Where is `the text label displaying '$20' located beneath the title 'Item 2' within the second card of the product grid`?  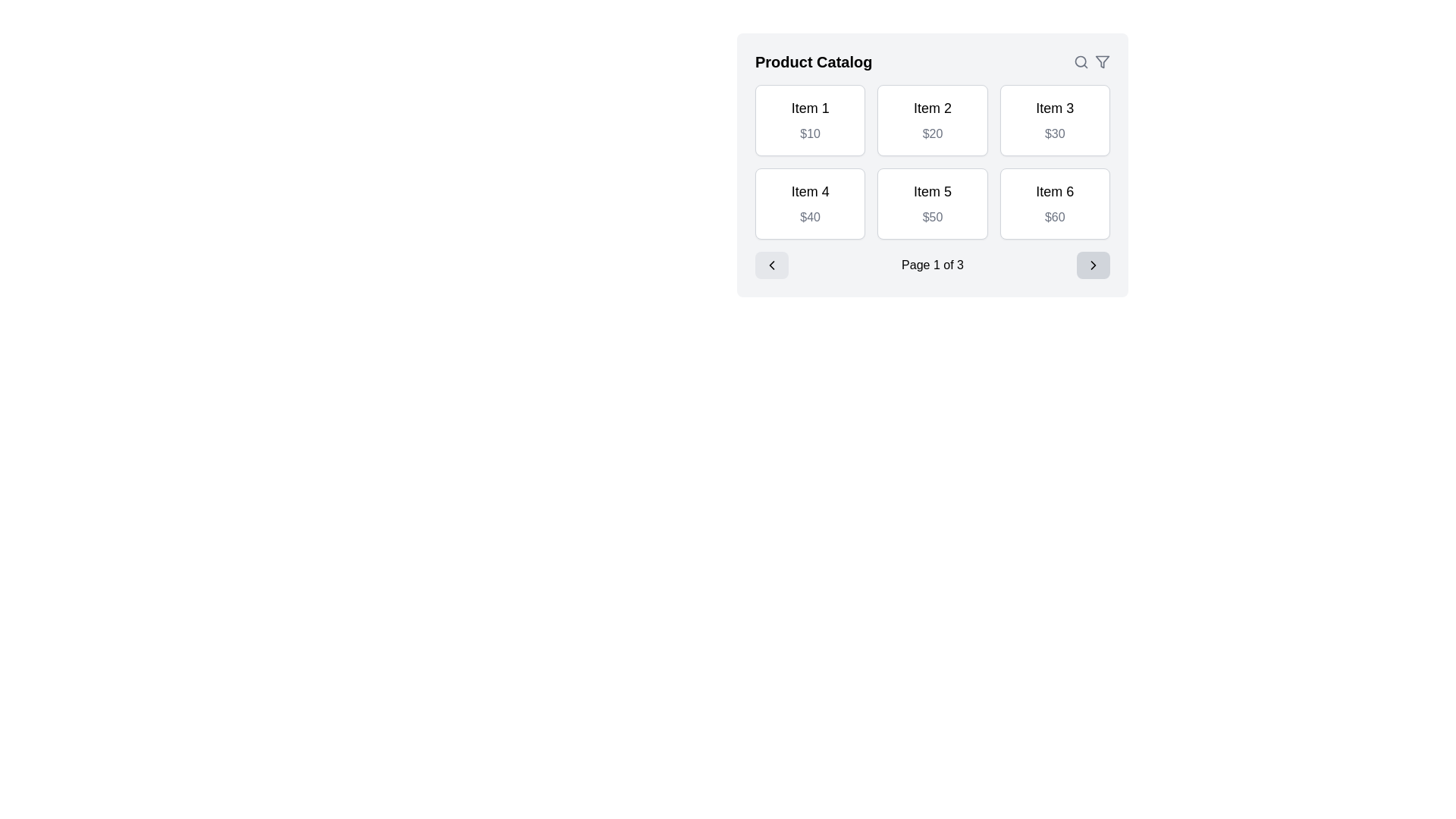
the text label displaying '$20' located beneath the title 'Item 2' within the second card of the product grid is located at coordinates (931, 133).